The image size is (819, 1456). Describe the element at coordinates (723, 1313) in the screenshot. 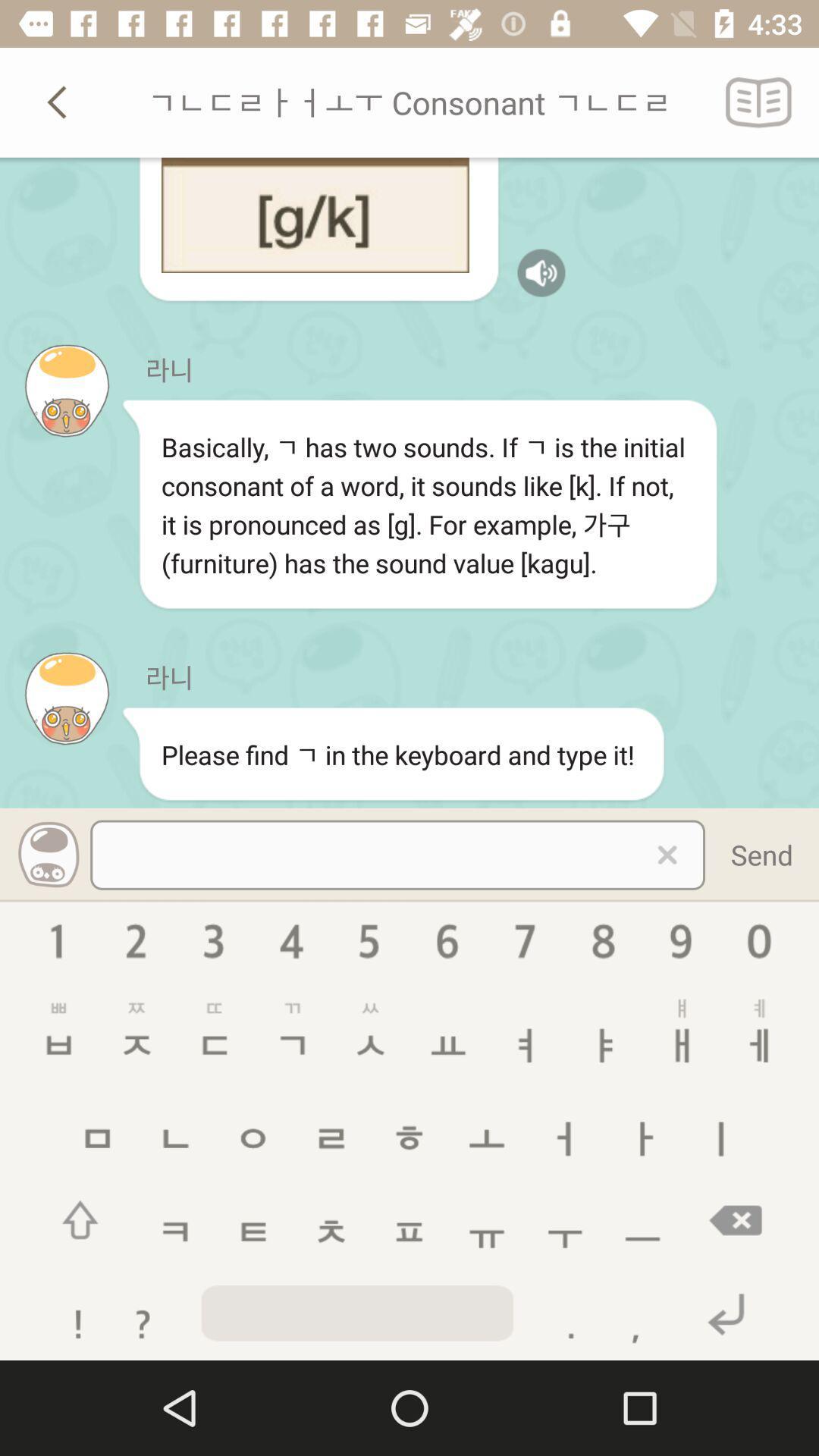

I see `the undo icon` at that location.